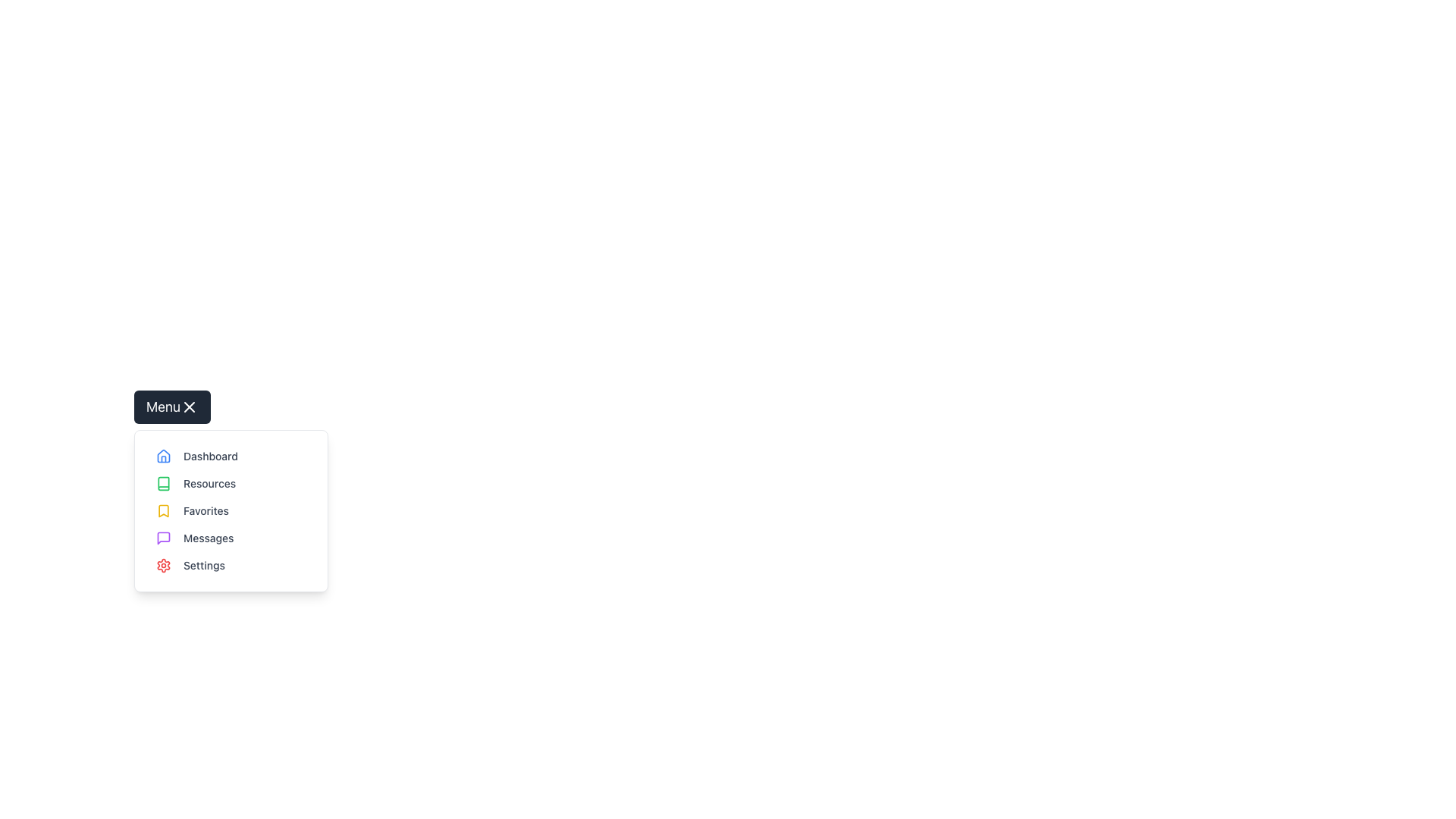  I want to click on the 'Messages' button located in the sidebar, which is the fourth item below 'Dashboard', 'Resources', and 'Favorites', and just above 'Settings', so click(231, 537).